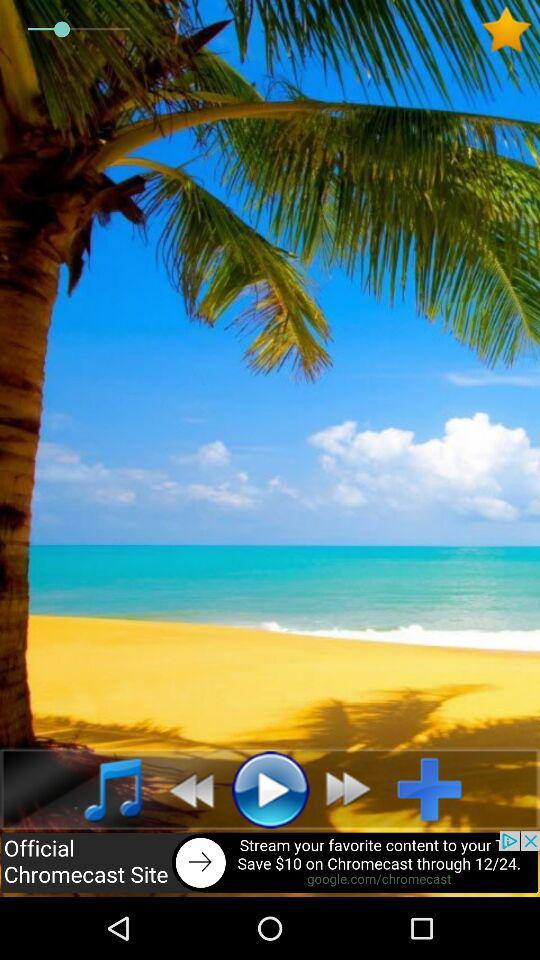 Image resolution: width=540 pixels, height=960 pixels. Describe the element at coordinates (353, 789) in the screenshot. I see `switch autoplay option` at that location.